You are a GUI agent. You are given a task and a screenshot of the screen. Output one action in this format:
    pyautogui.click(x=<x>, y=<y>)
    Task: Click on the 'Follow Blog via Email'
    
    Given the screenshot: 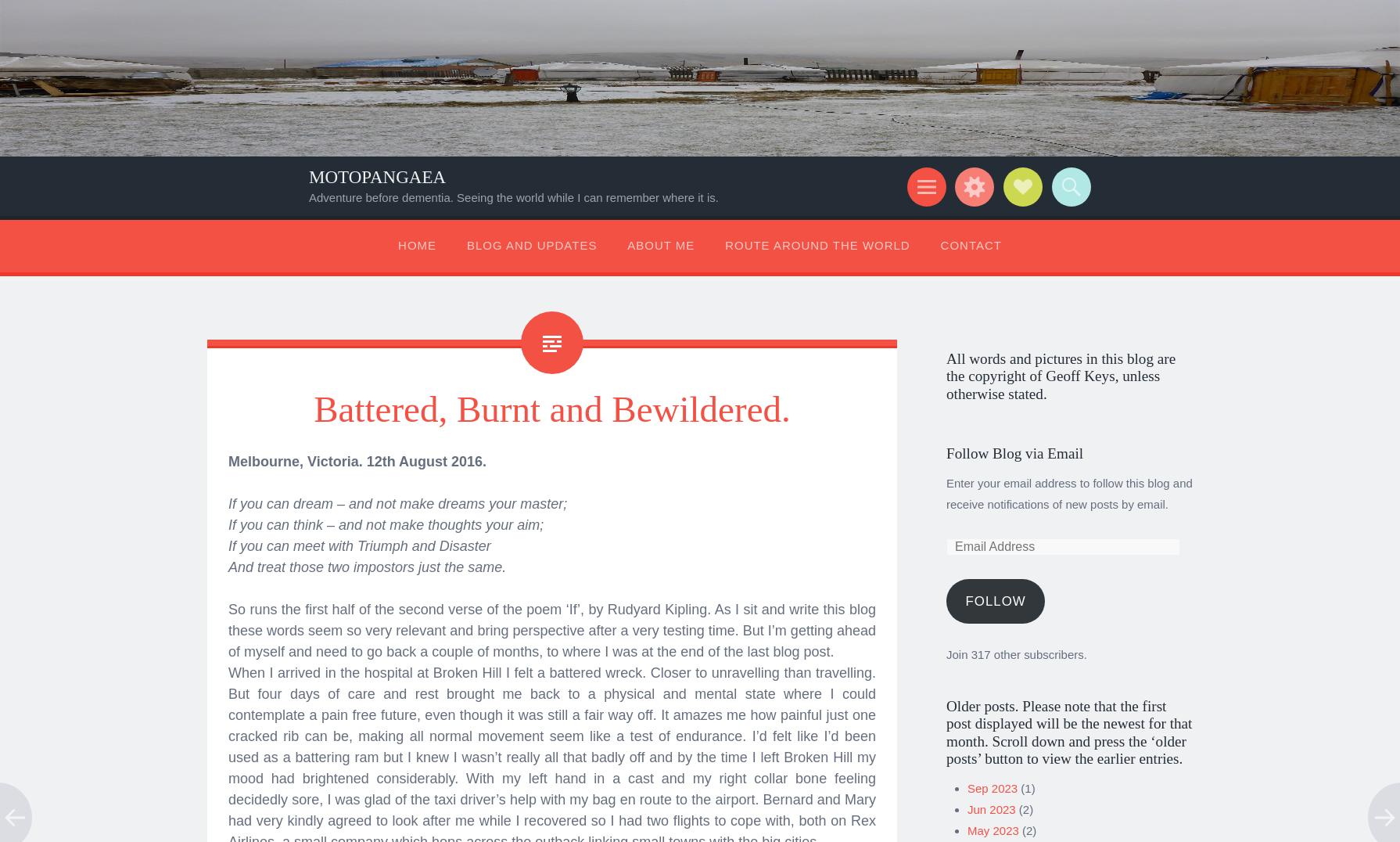 What is the action you would take?
    pyautogui.click(x=946, y=447)
    